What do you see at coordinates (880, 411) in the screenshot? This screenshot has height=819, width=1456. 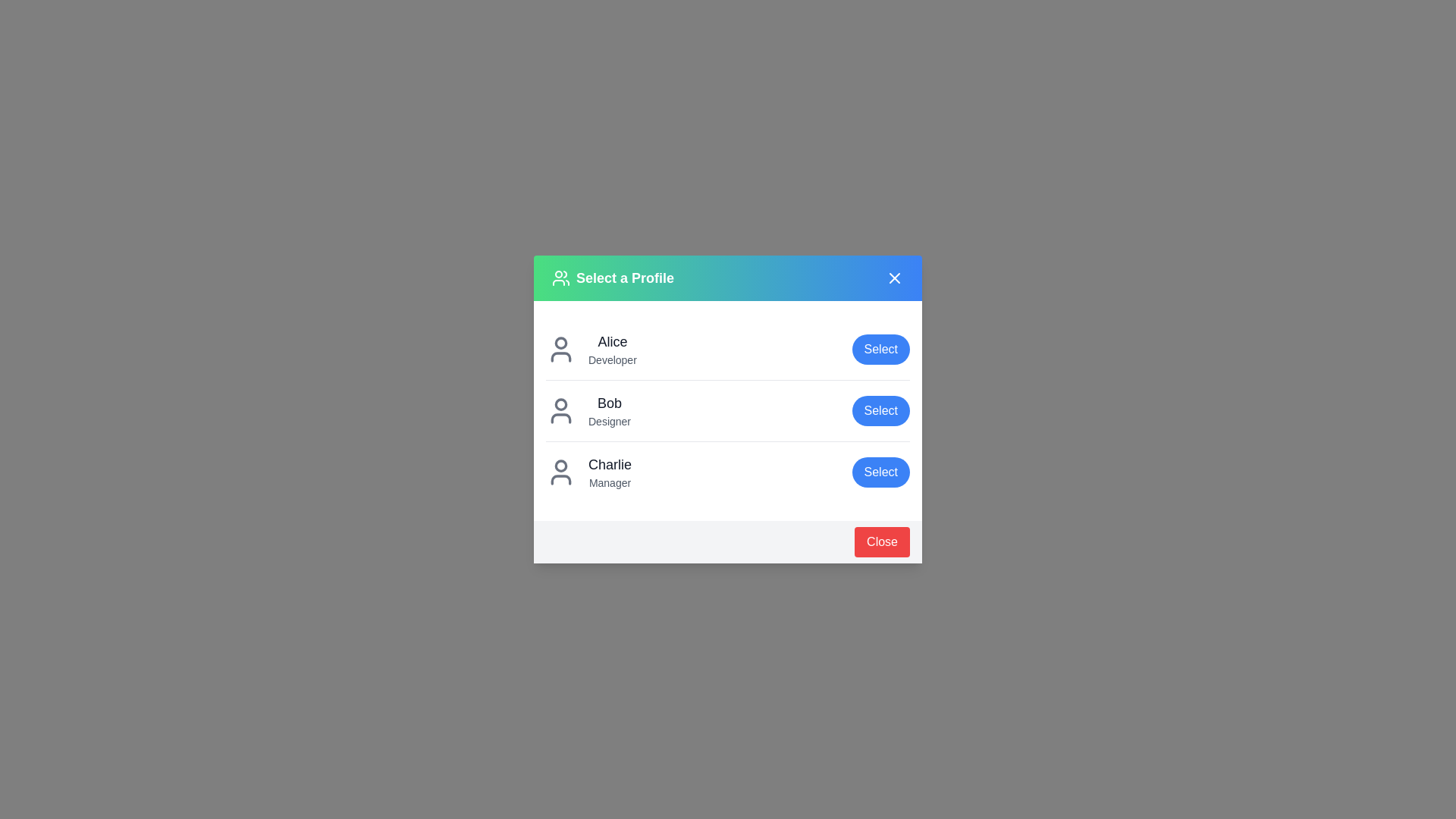 I see `the 'Select' button for the user profile Bob` at bounding box center [880, 411].